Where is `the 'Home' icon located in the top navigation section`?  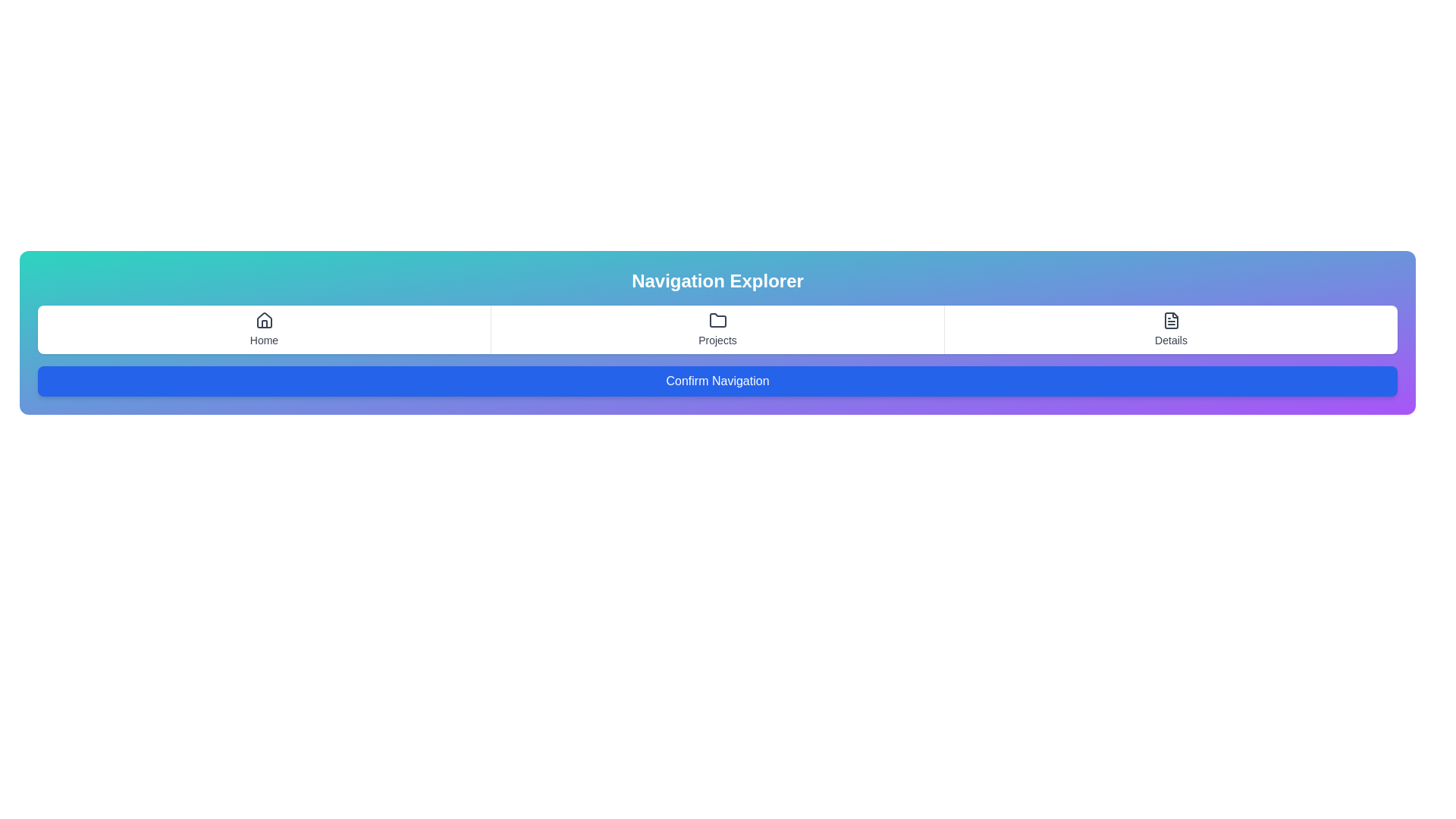 the 'Home' icon located in the top navigation section is located at coordinates (264, 319).